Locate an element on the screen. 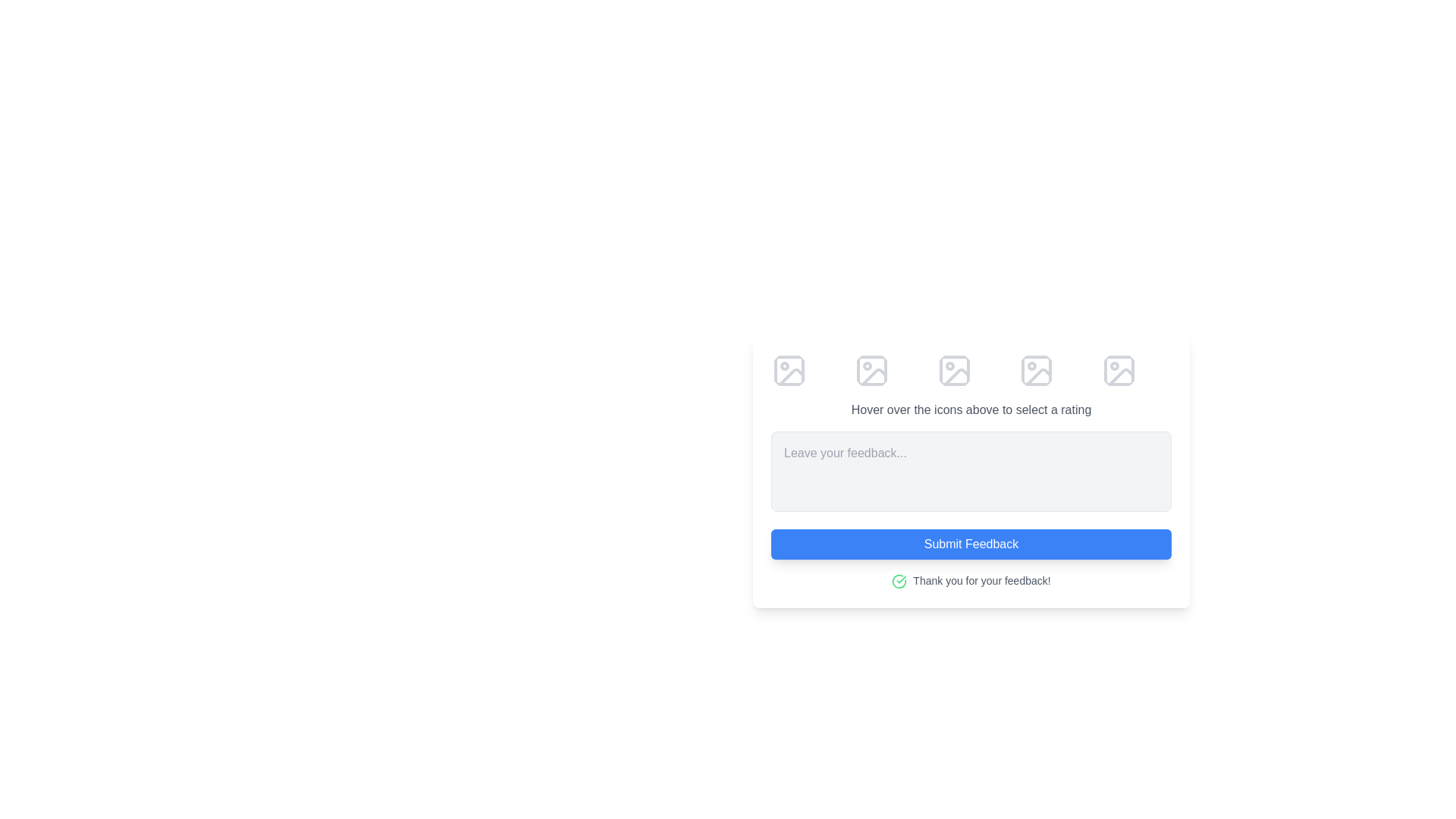 This screenshot has height=819, width=1456. the Decorative UI component, a small rectangle with rounded corners located at the top-right of the third icon in a horizontal set of five icons is located at coordinates (953, 371).